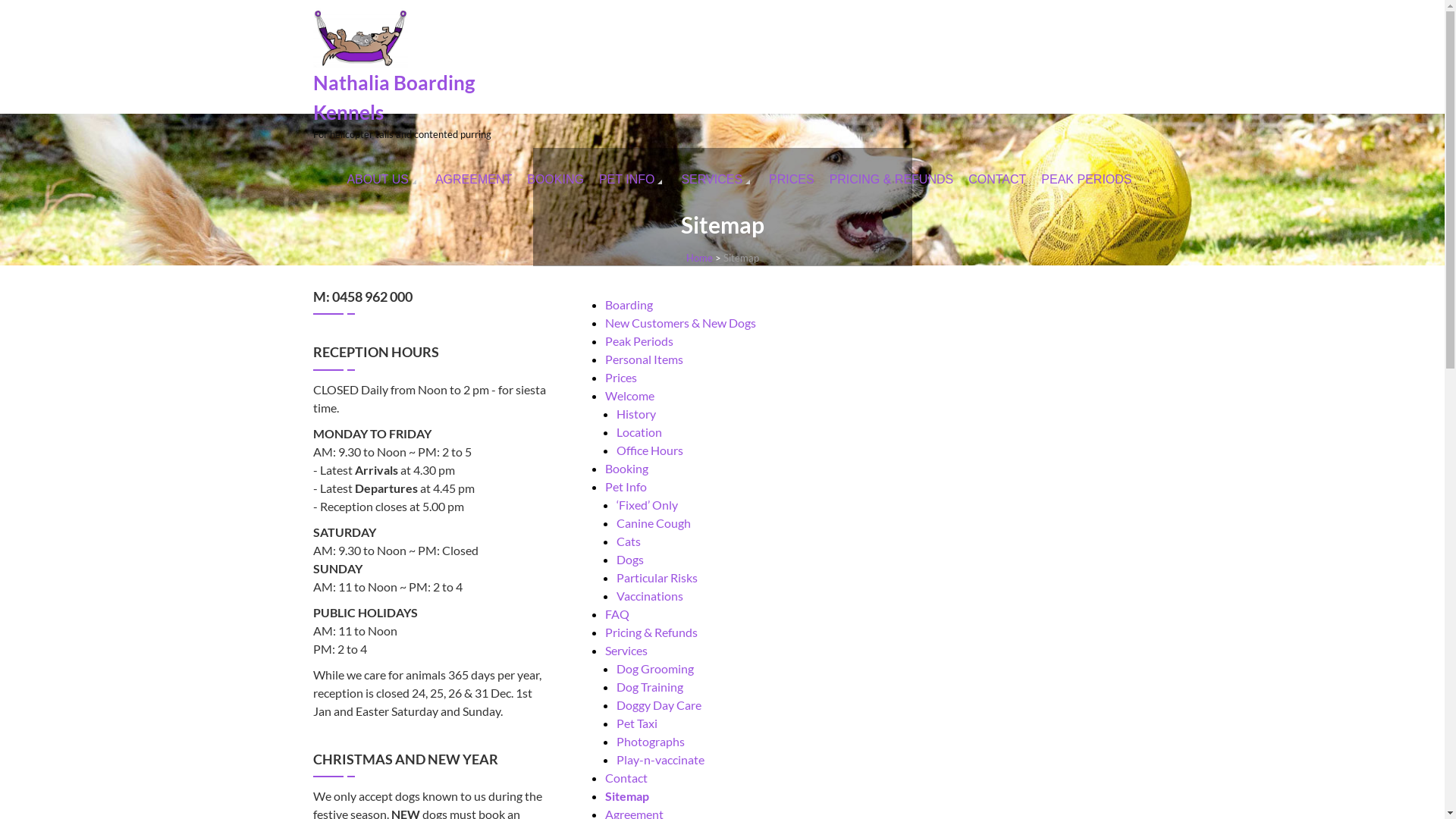 The width and height of the screenshot is (1456, 819). I want to click on 'PRICING & REFUNDS', so click(892, 178).